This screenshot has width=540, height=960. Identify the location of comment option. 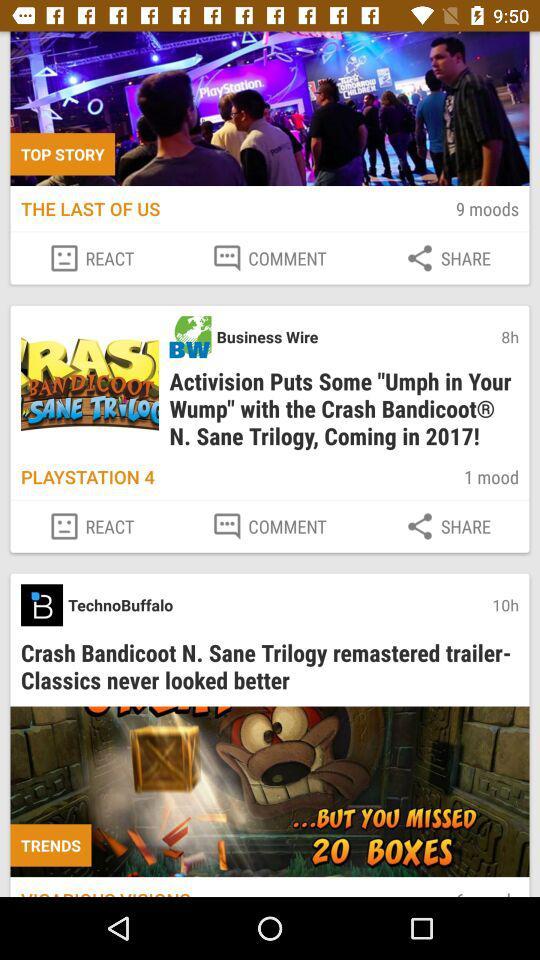
(269, 257).